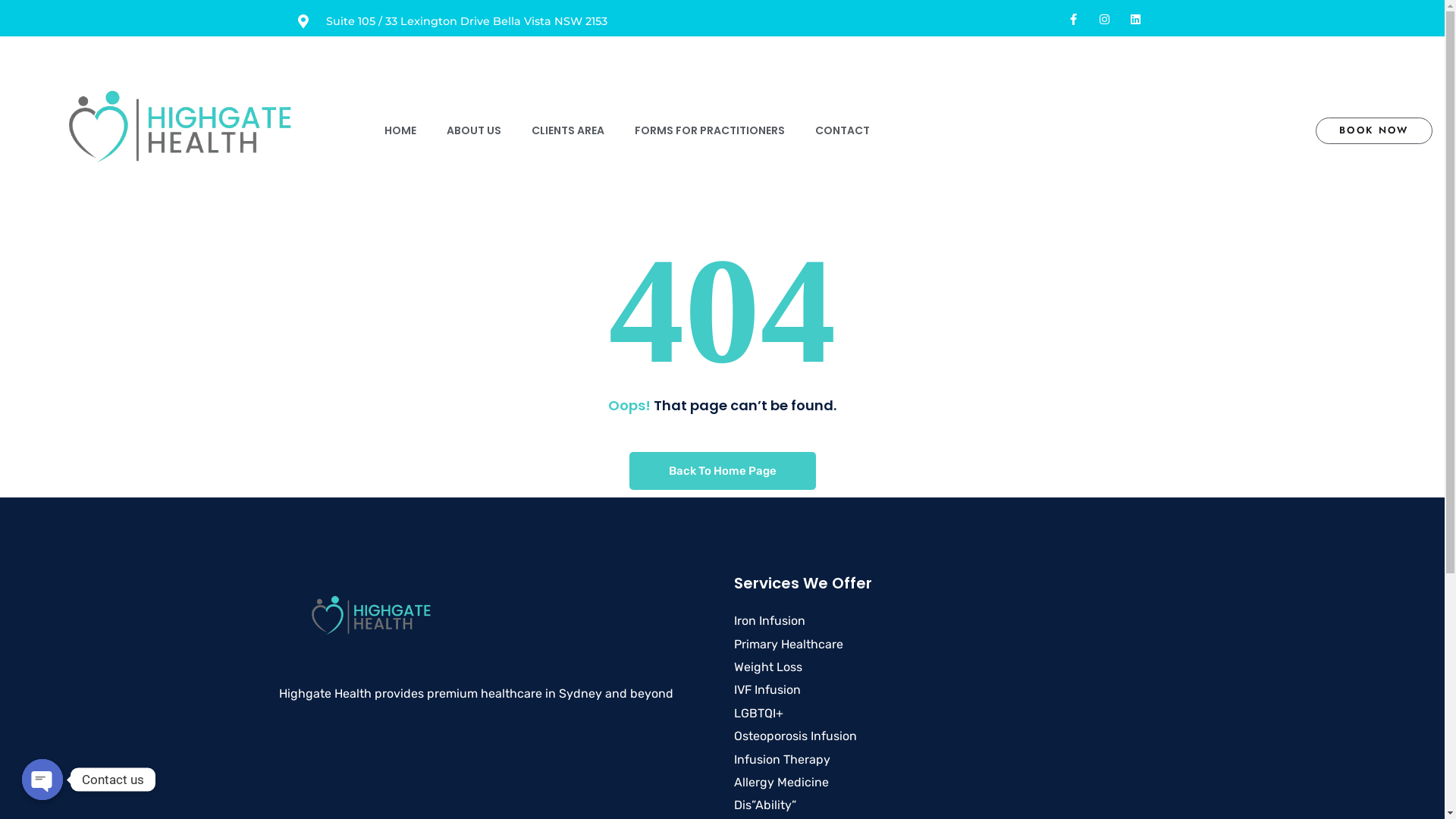 The image size is (1456, 819). Describe the element at coordinates (795, 735) in the screenshot. I see `'Osteoporosis Infusion'` at that location.